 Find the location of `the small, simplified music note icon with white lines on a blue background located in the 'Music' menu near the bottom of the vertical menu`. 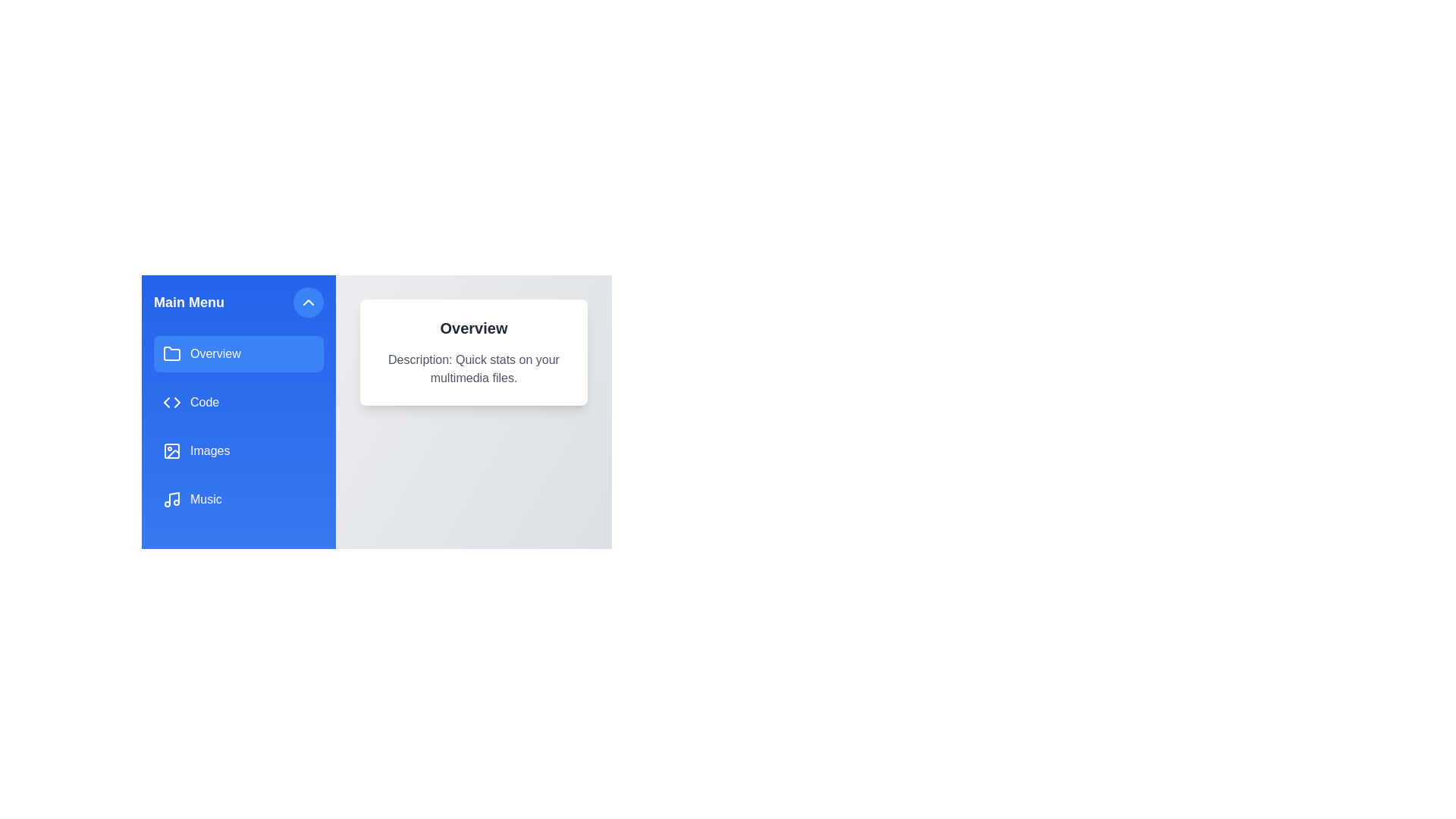

the small, simplified music note icon with white lines on a blue background located in the 'Music' menu near the bottom of the vertical menu is located at coordinates (171, 500).